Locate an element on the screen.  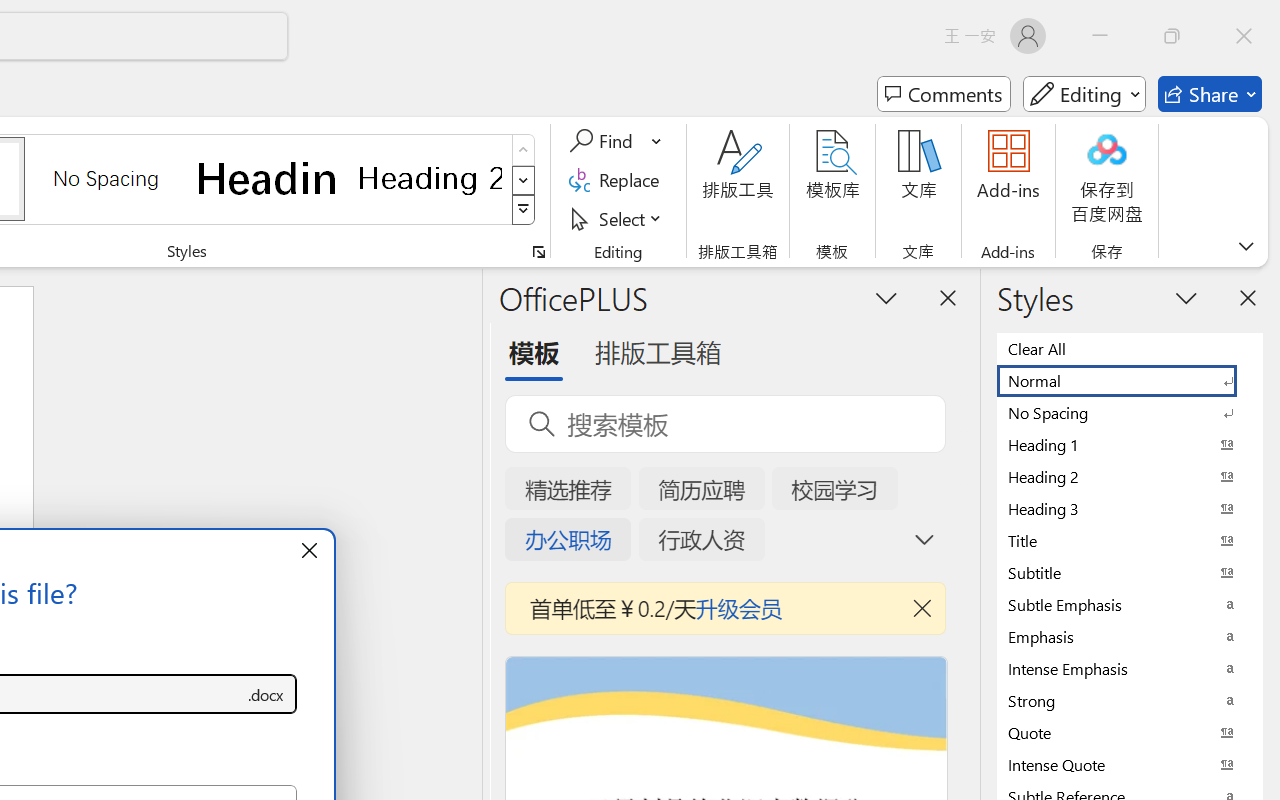
'Intense Emphasis' is located at coordinates (1130, 668).